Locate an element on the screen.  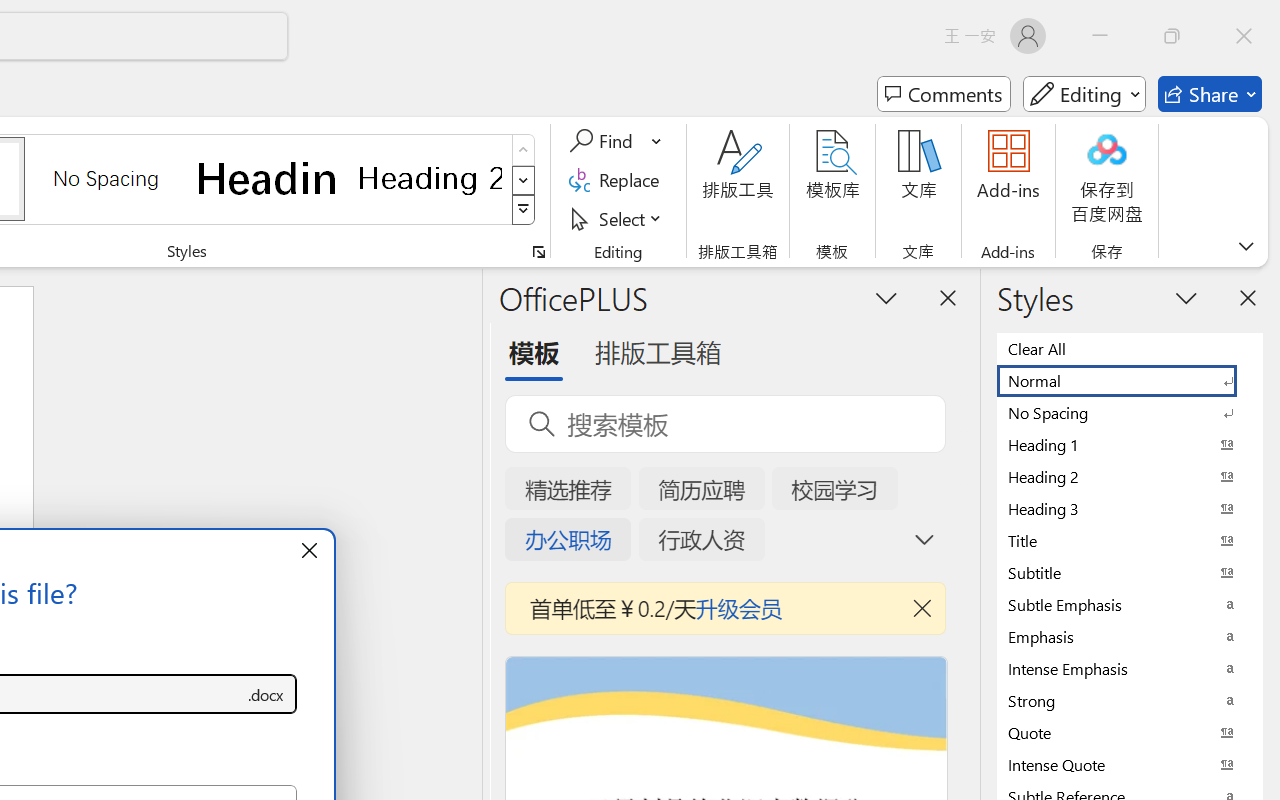
'Intense Emphasis' is located at coordinates (1130, 668).